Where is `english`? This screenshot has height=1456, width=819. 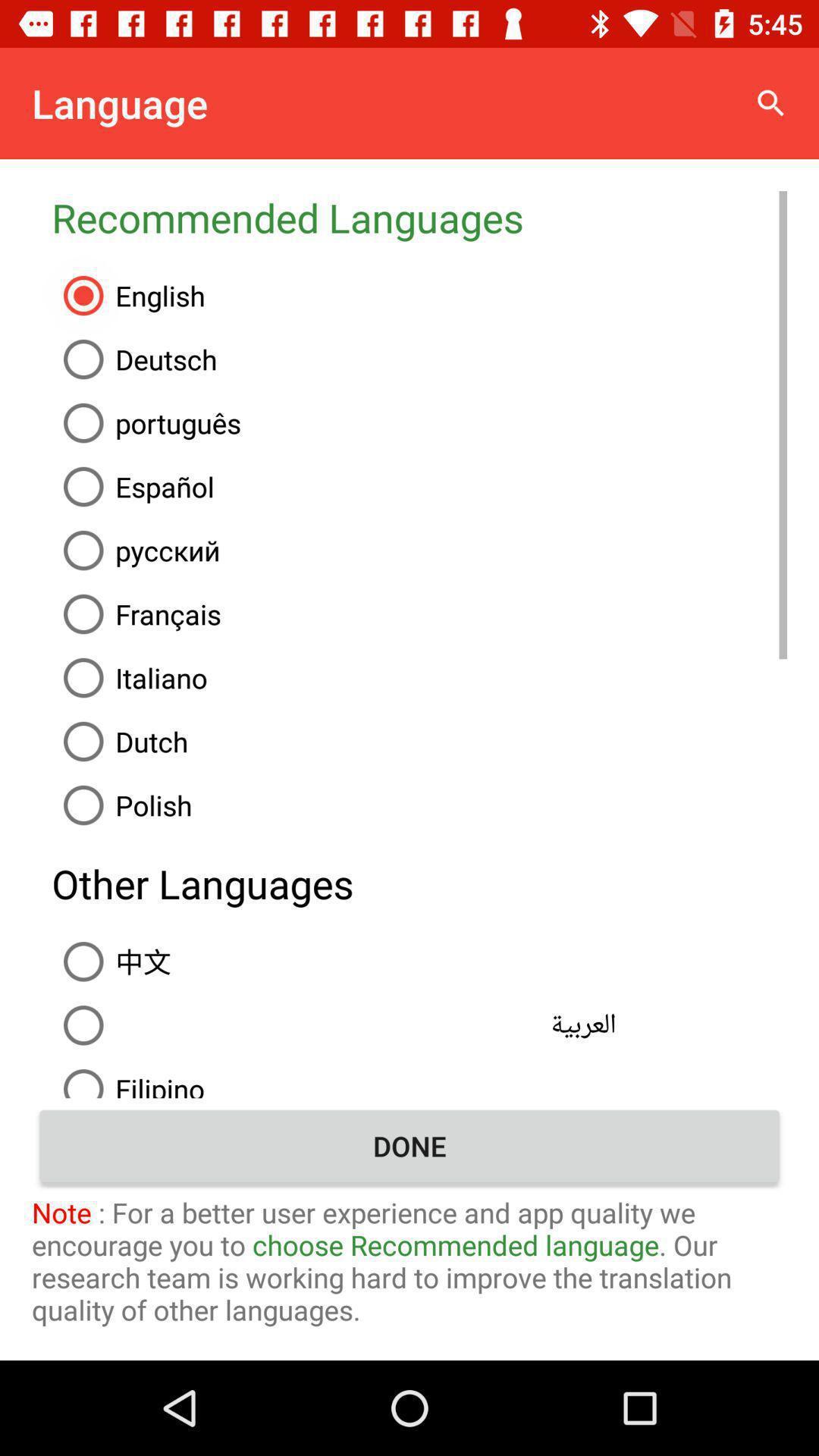
english is located at coordinates (419, 295).